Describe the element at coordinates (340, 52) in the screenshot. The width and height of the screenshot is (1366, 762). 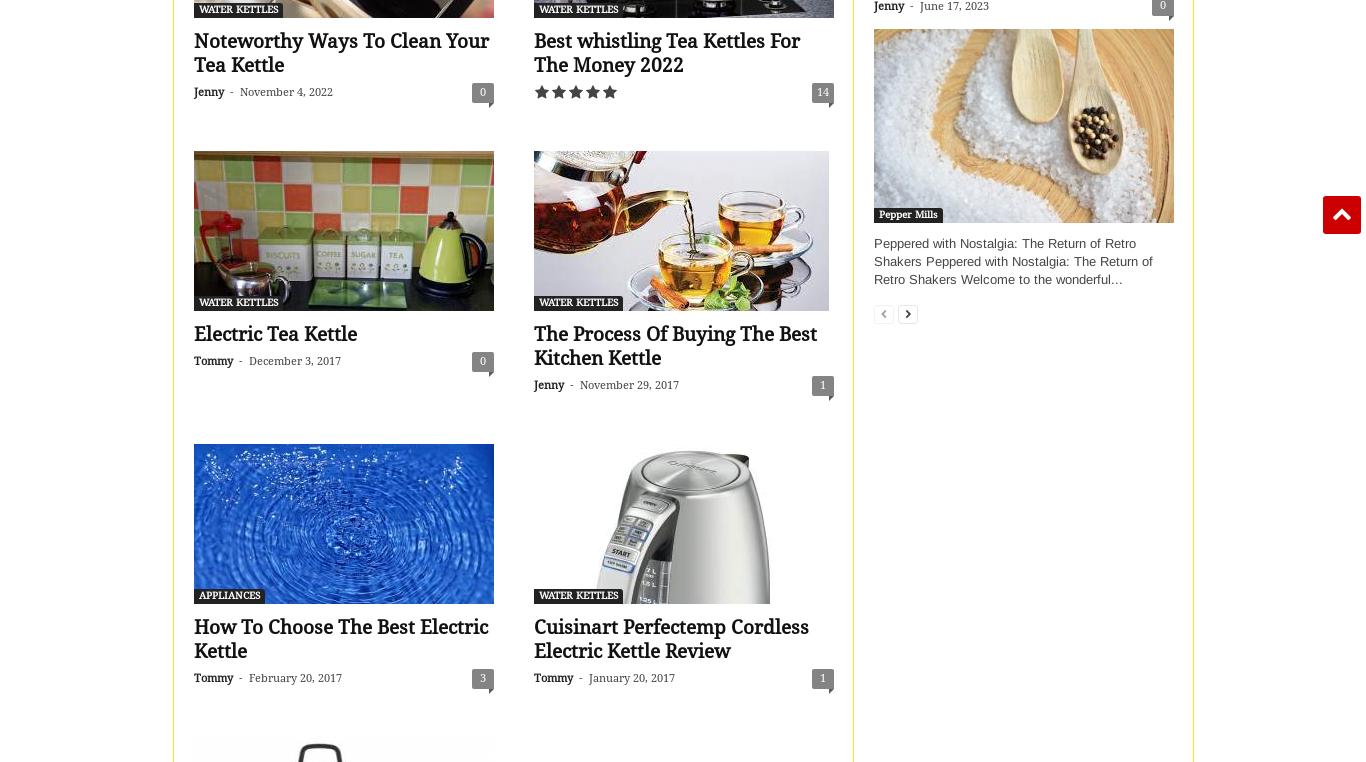
I see `'Noteworthy Ways To Clean Your Tea Kettle'` at that location.